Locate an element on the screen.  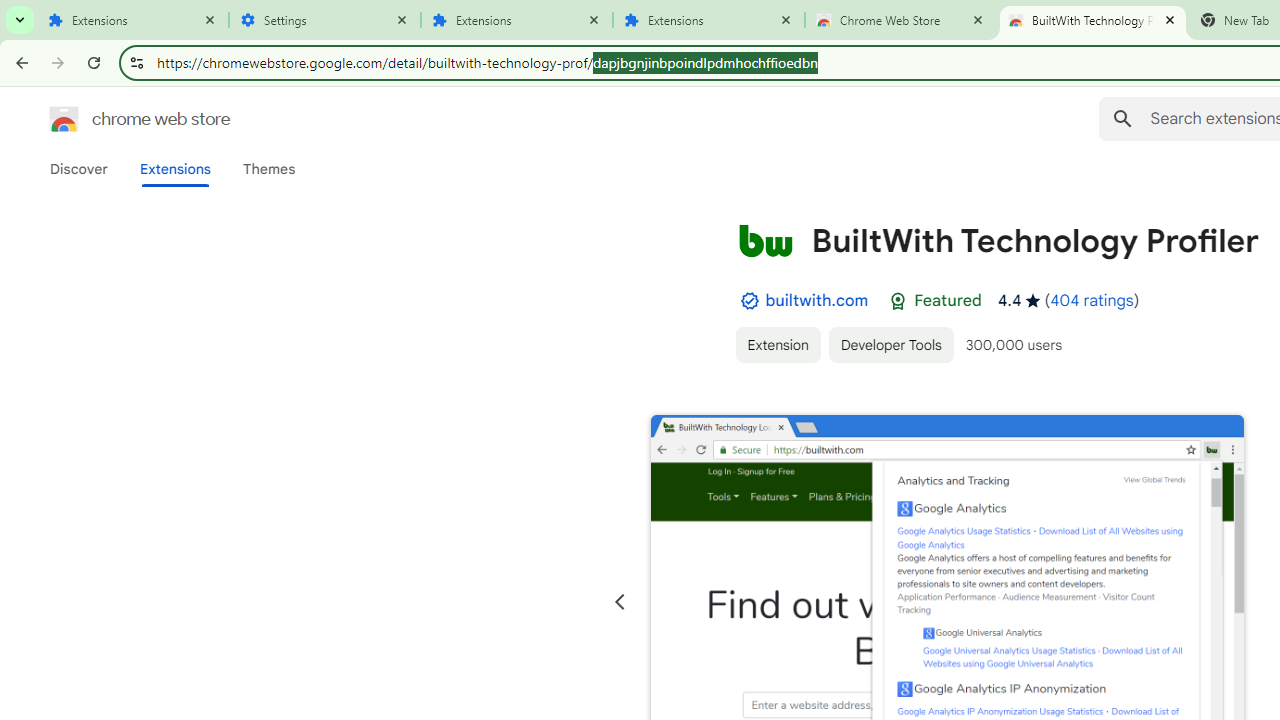
'Chrome Web Store logo' is located at coordinates (64, 119).